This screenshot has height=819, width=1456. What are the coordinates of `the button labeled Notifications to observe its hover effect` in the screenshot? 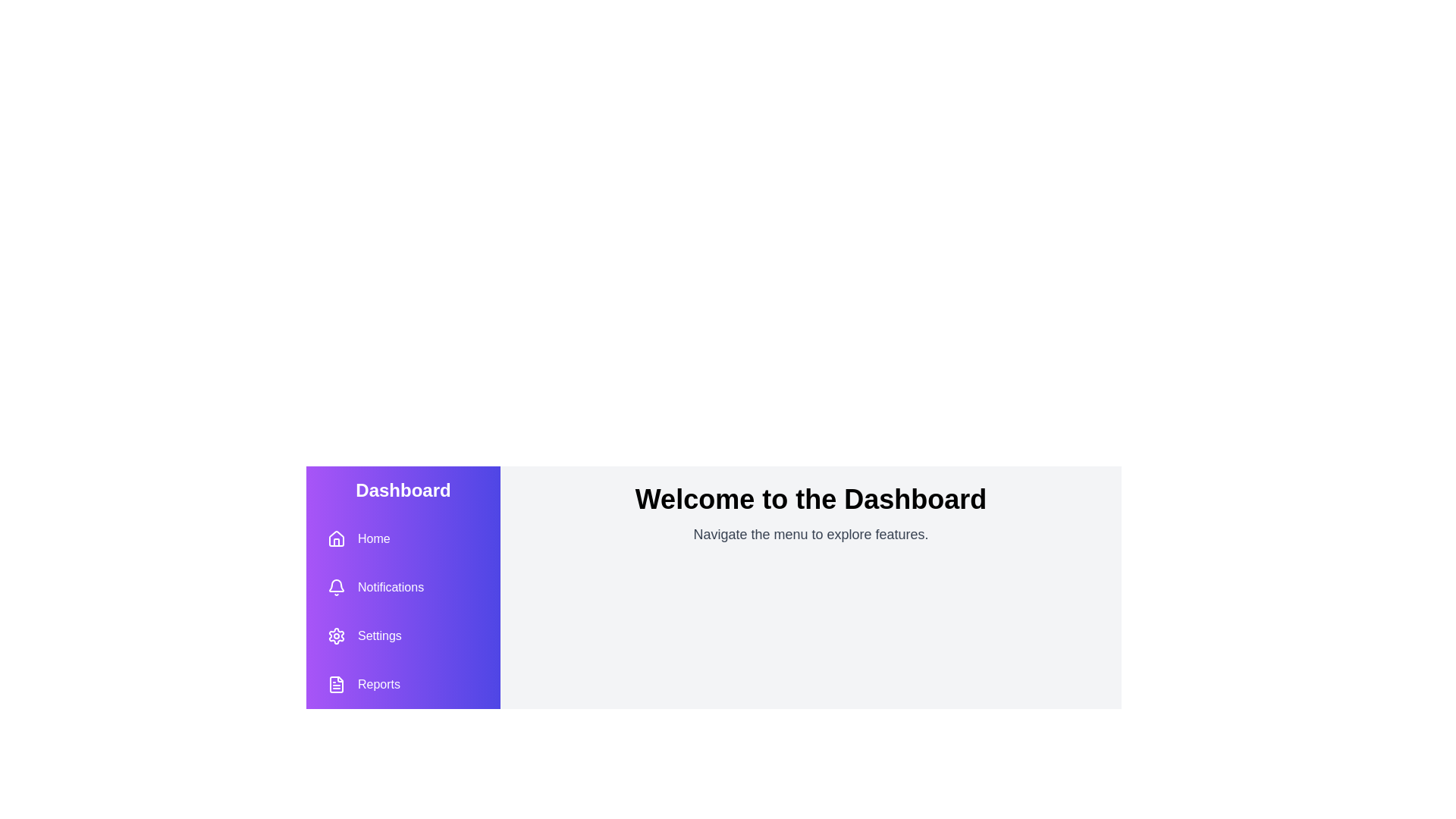 It's located at (375, 587).